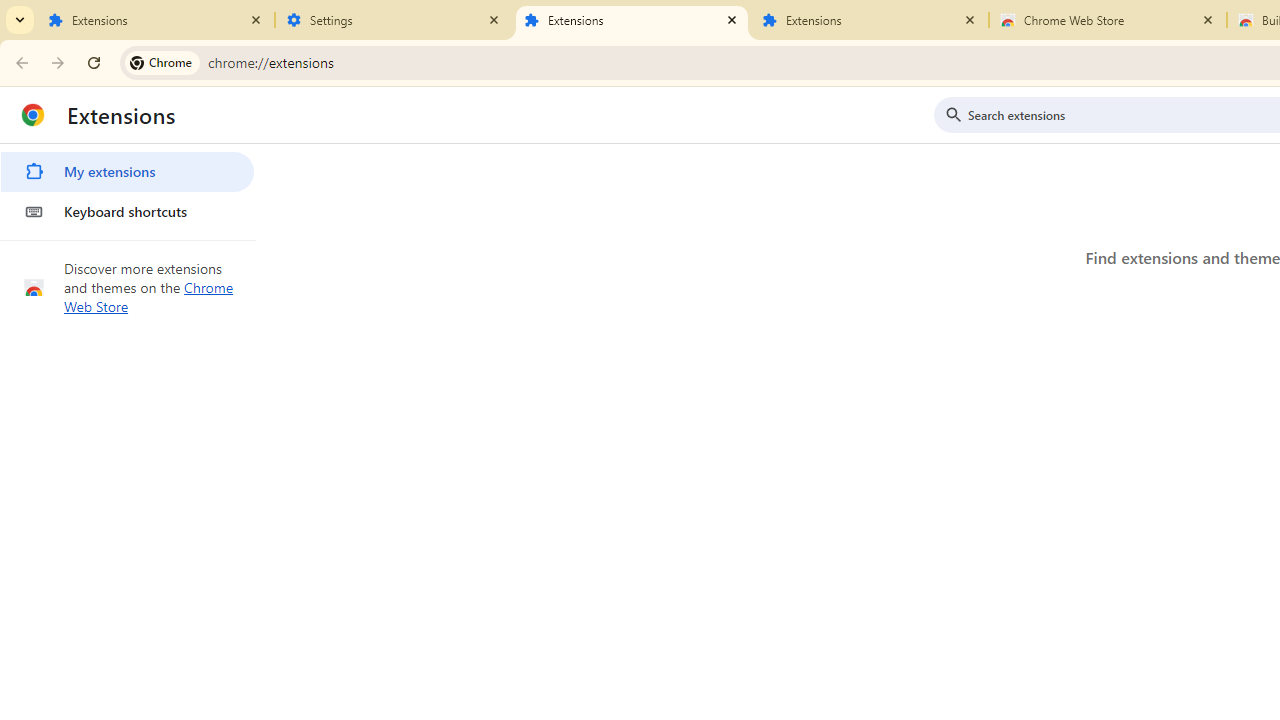 The height and width of the screenshot is (720, 1280). I want to click on 'My extensions', so click(126, 171).